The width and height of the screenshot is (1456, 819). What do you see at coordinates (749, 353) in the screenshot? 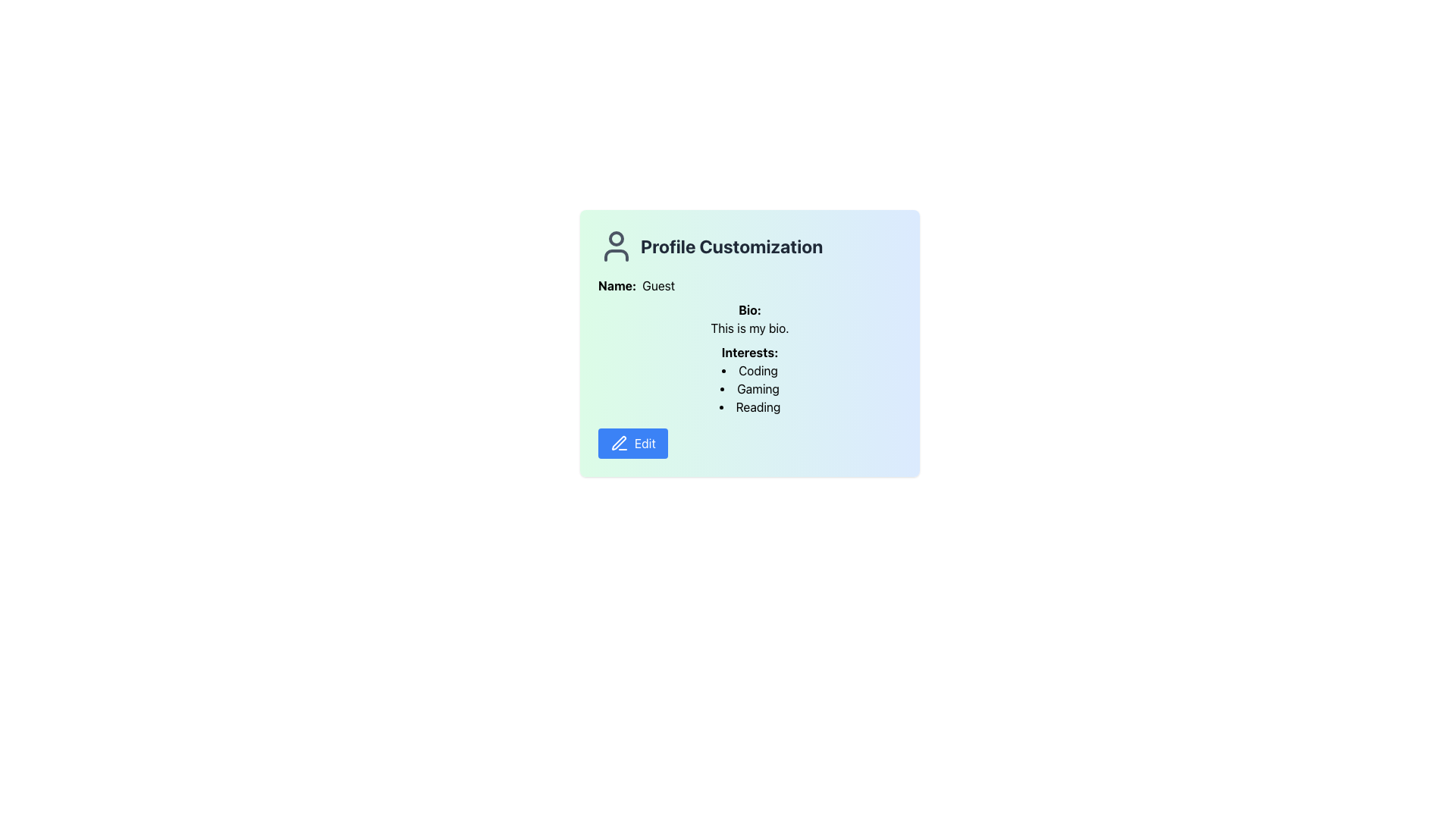
I see `the text label displaying 'Interests:' which is styled in bold font and positioned to the left of the bullet-point list containing 'Coding', 'Gaming', and 'Reading'` at bounding box center [749, 353].